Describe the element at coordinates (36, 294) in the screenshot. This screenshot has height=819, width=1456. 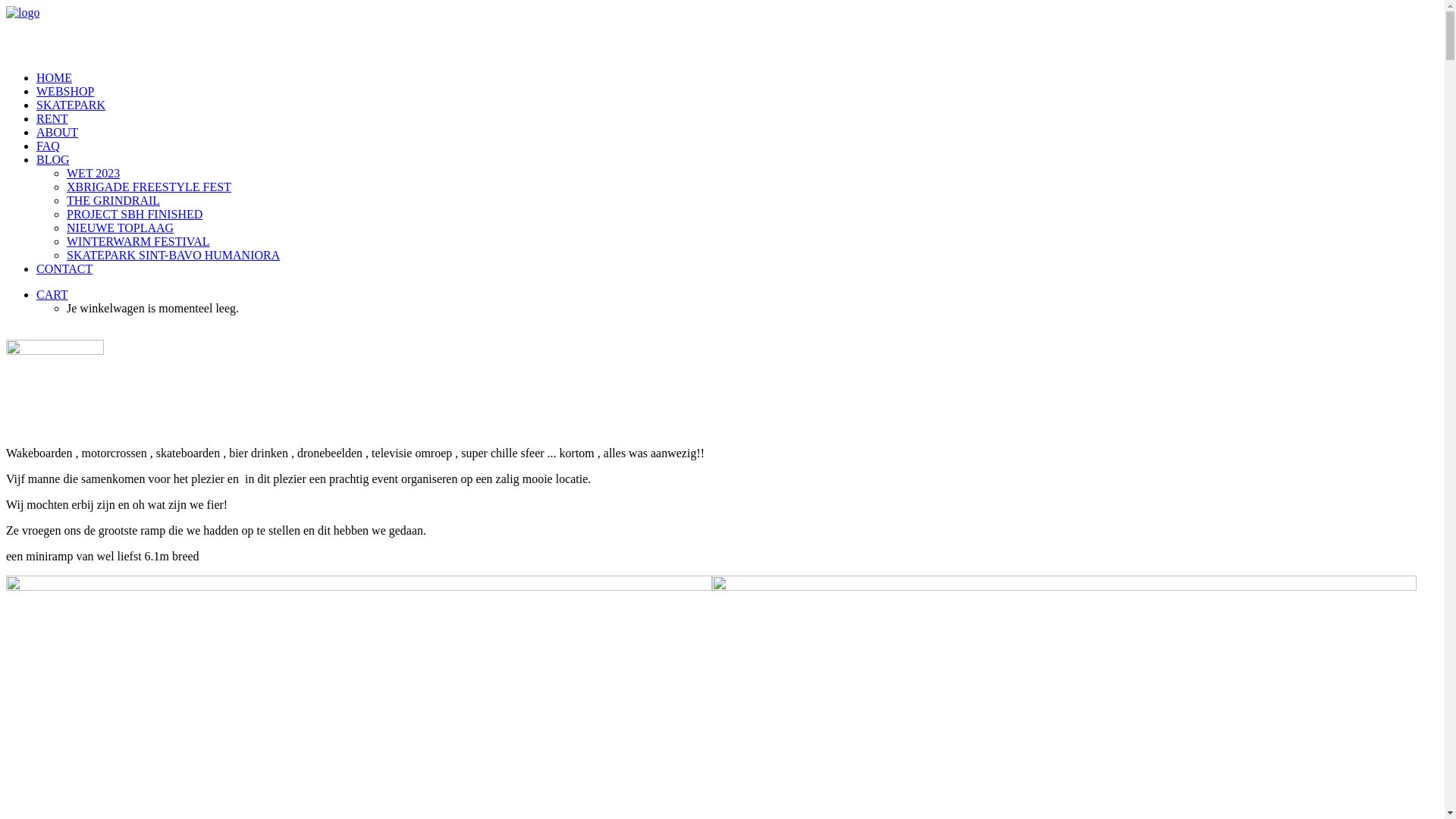
I see `'CART'` at that location.